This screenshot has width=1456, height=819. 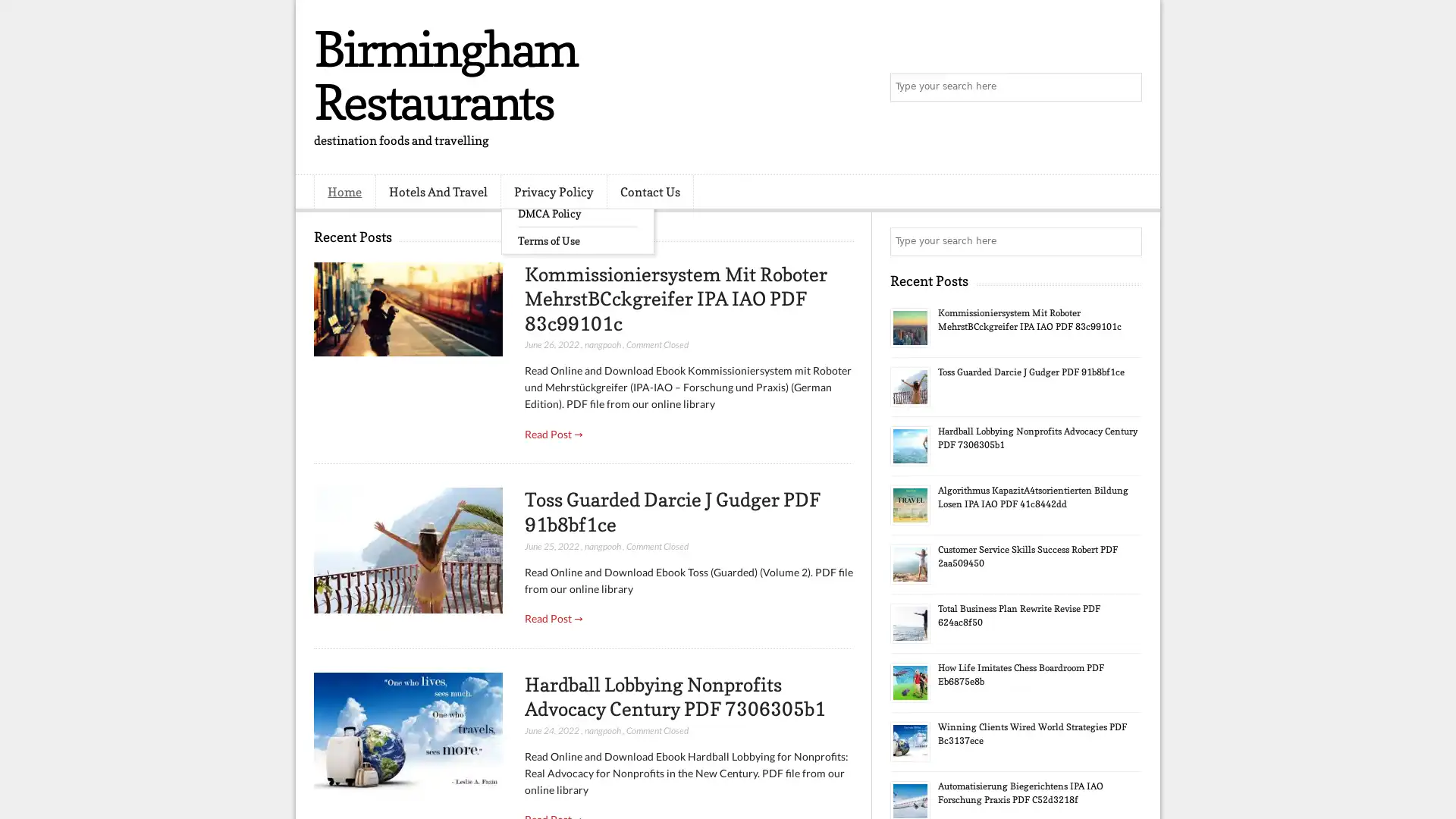 I want to click on Search, so click(x=1126, y=241).